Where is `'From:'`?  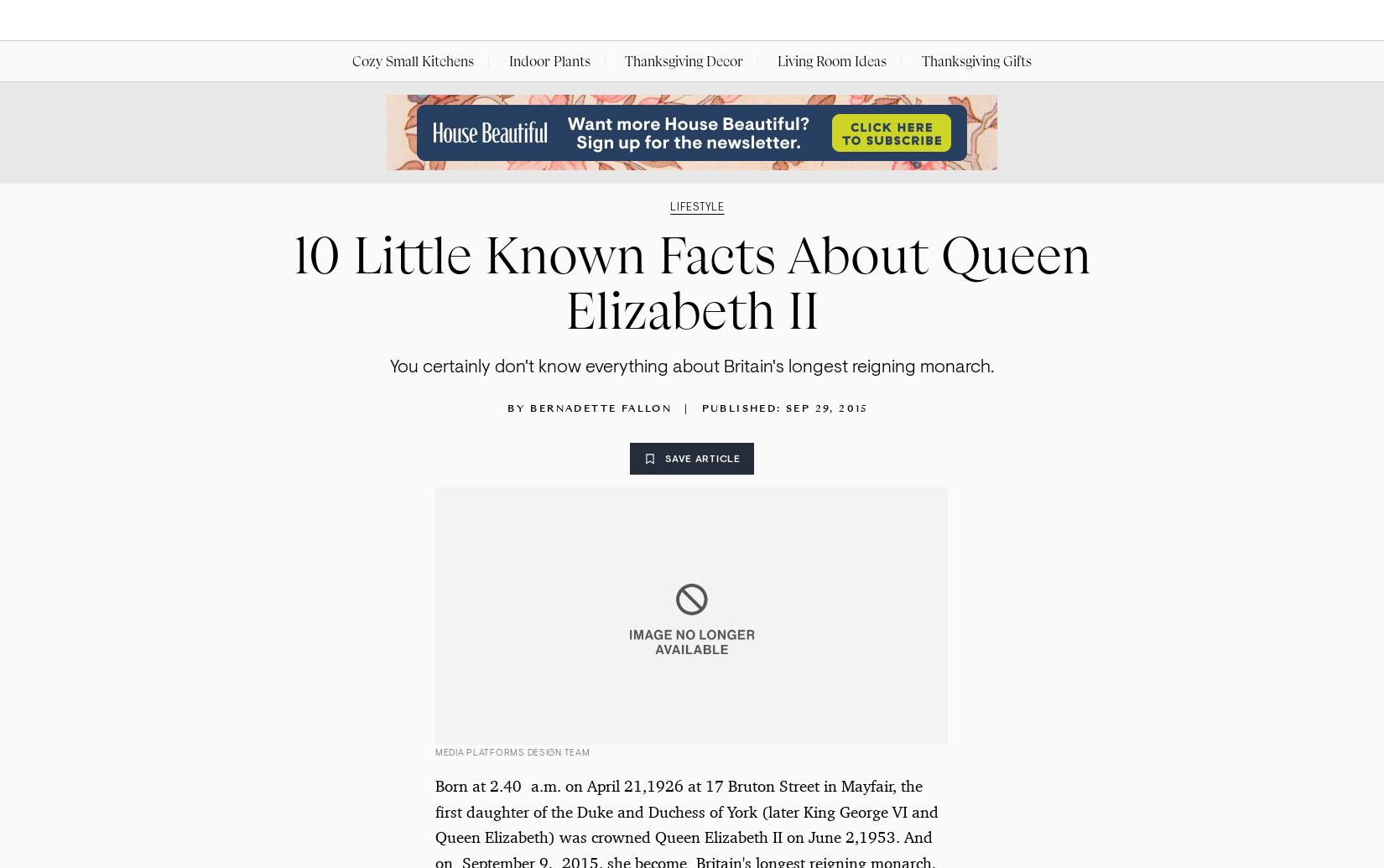 'From:' is located at coordinates (455, 130).